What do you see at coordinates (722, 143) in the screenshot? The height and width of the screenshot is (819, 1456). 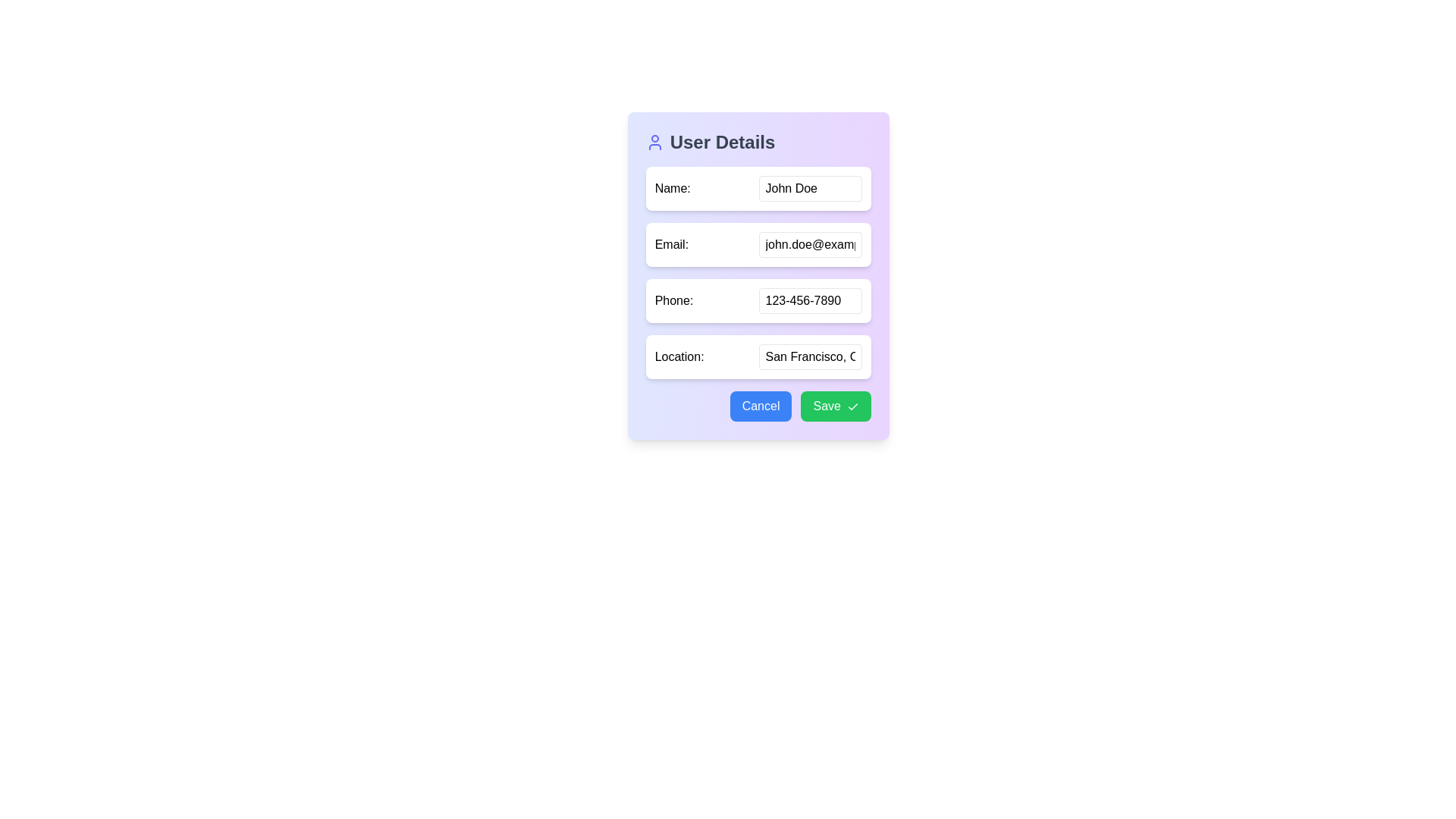 I see `the bold heading text labeled 'User Details' located at the top of the form, positioned to the right of a user symbol icon` at bounding box center [722, 143].